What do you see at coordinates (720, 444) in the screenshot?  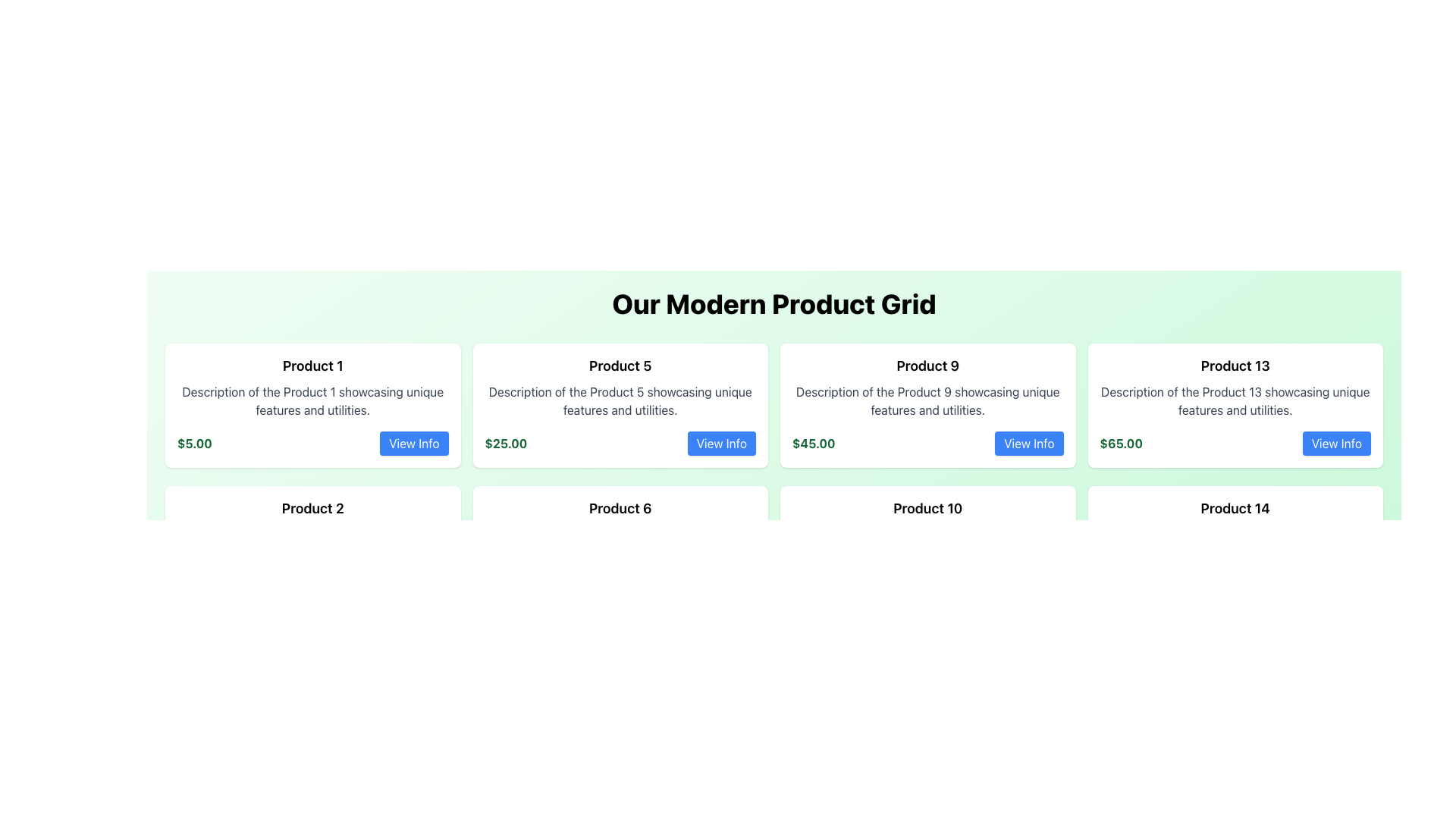 I see `the 'View Info' button located at the bottom right corner of the 'Product 5' card to change its color` at bounding box center [720, 444].